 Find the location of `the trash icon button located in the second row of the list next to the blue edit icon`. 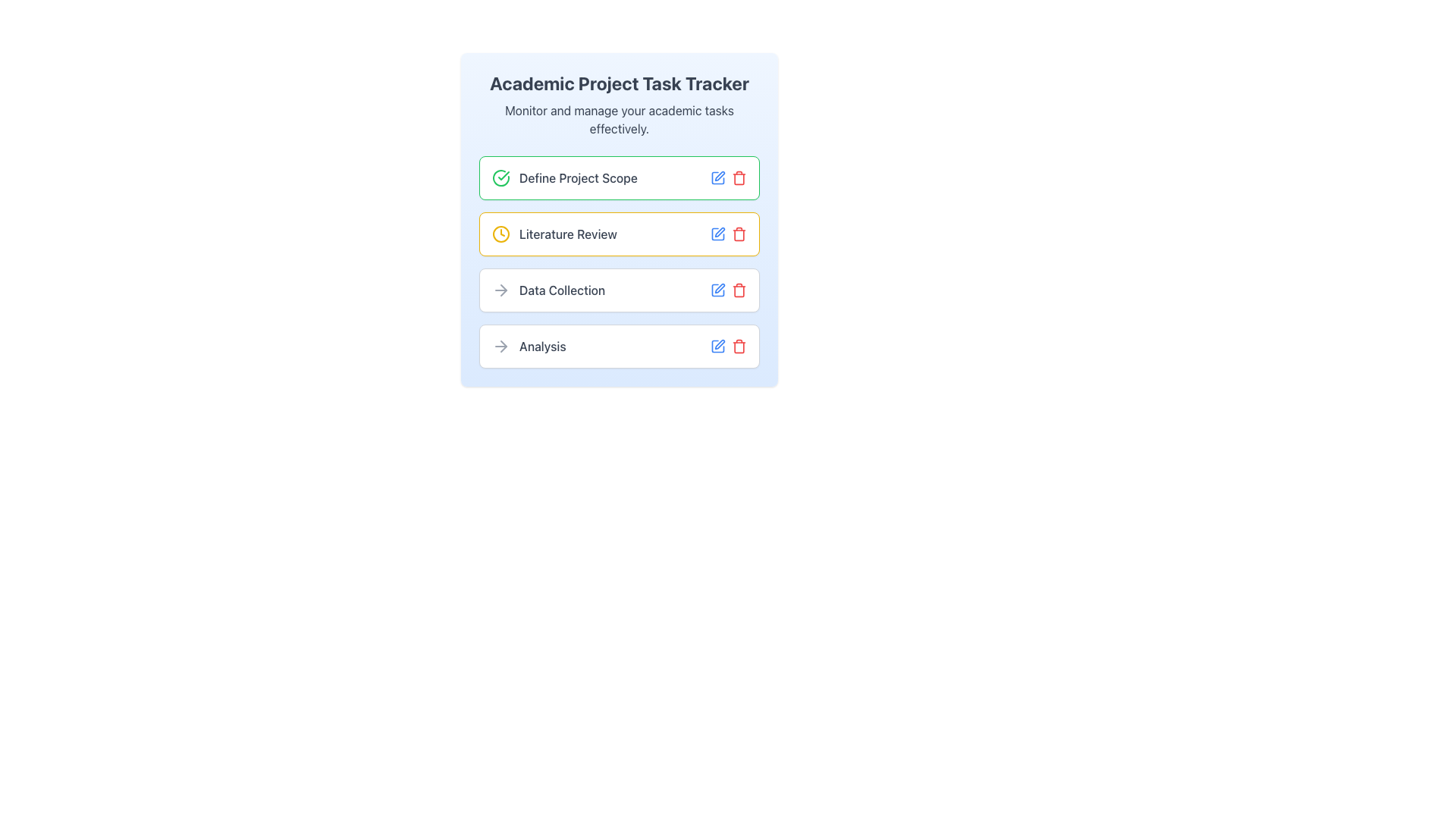

the trash icon button located in the second row of the list next to the blue edit icon is located at coordinates (739, 234).